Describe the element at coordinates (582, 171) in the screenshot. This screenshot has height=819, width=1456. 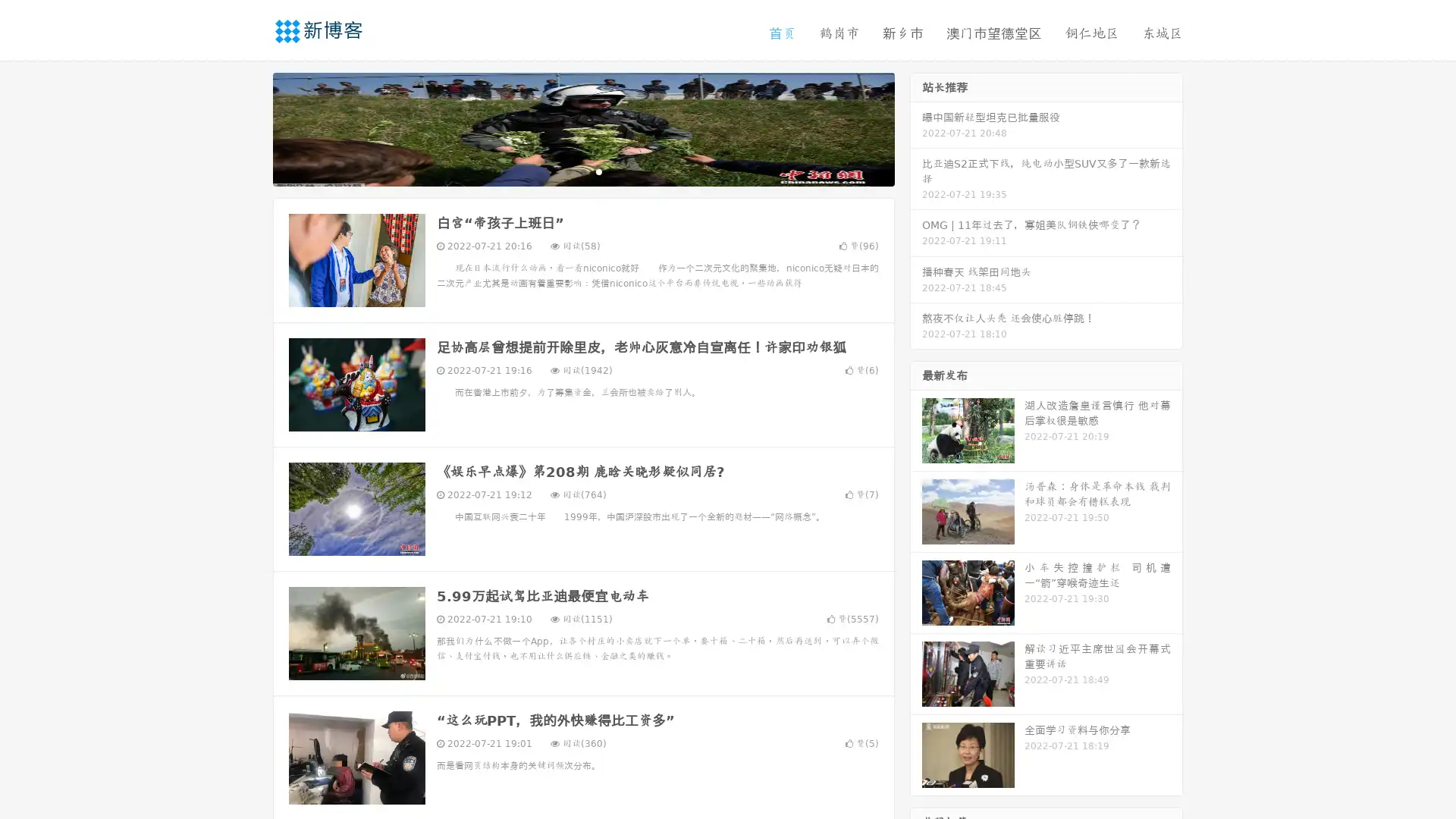
I see `Go to slide 2` at that location.